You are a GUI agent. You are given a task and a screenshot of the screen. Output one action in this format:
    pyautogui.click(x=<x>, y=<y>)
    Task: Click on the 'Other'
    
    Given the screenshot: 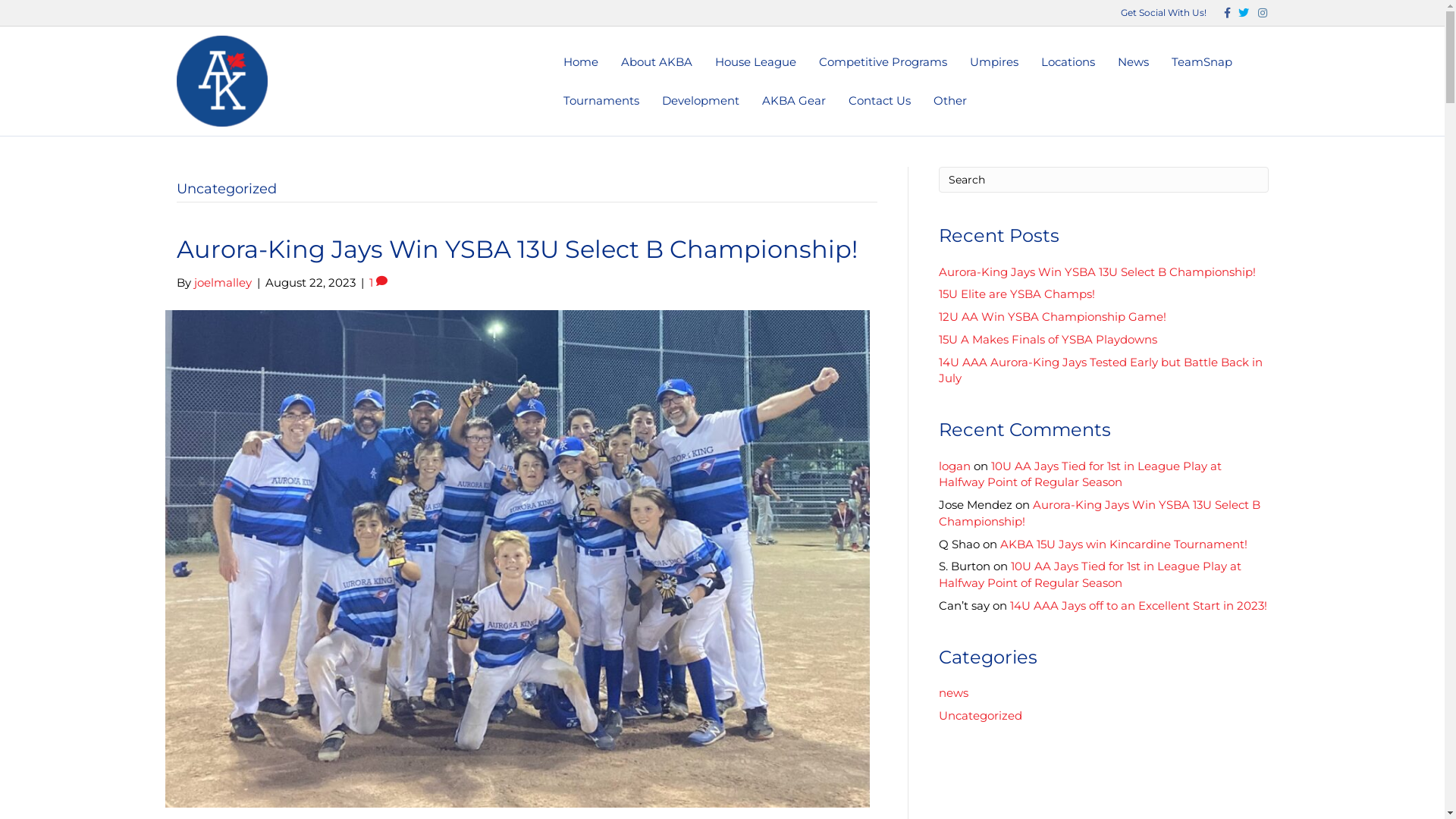 What is the action you would take?
    pyautogui.click(x=949, y=100)
    